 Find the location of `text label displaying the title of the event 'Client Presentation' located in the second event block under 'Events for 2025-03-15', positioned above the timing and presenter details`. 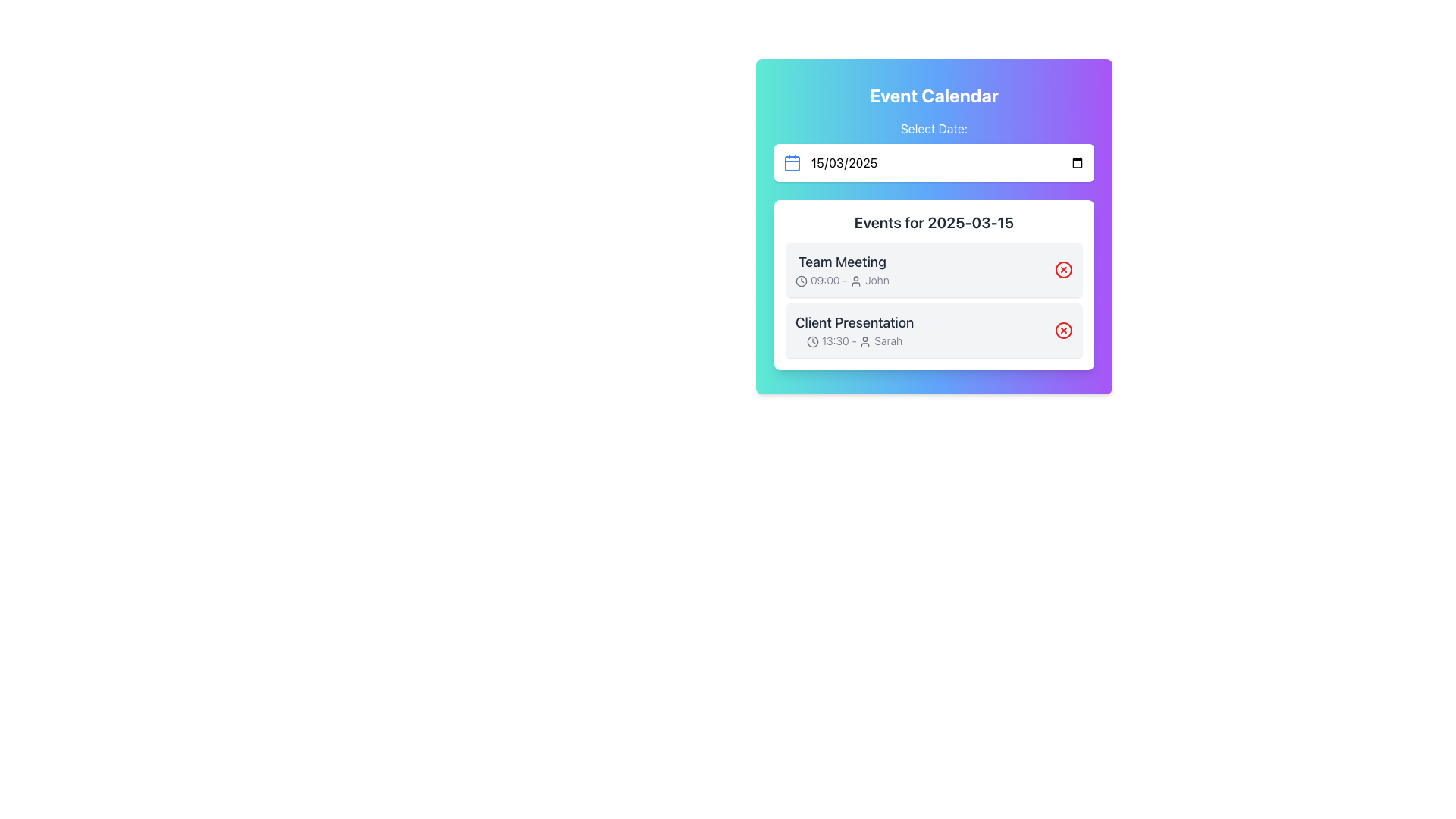

text label displaying the title of the event 'Client Presentation' located in the second event block under 'Events for 2025-03-15', positioned above the timing and presenter details is located at coordinates (855, 322).